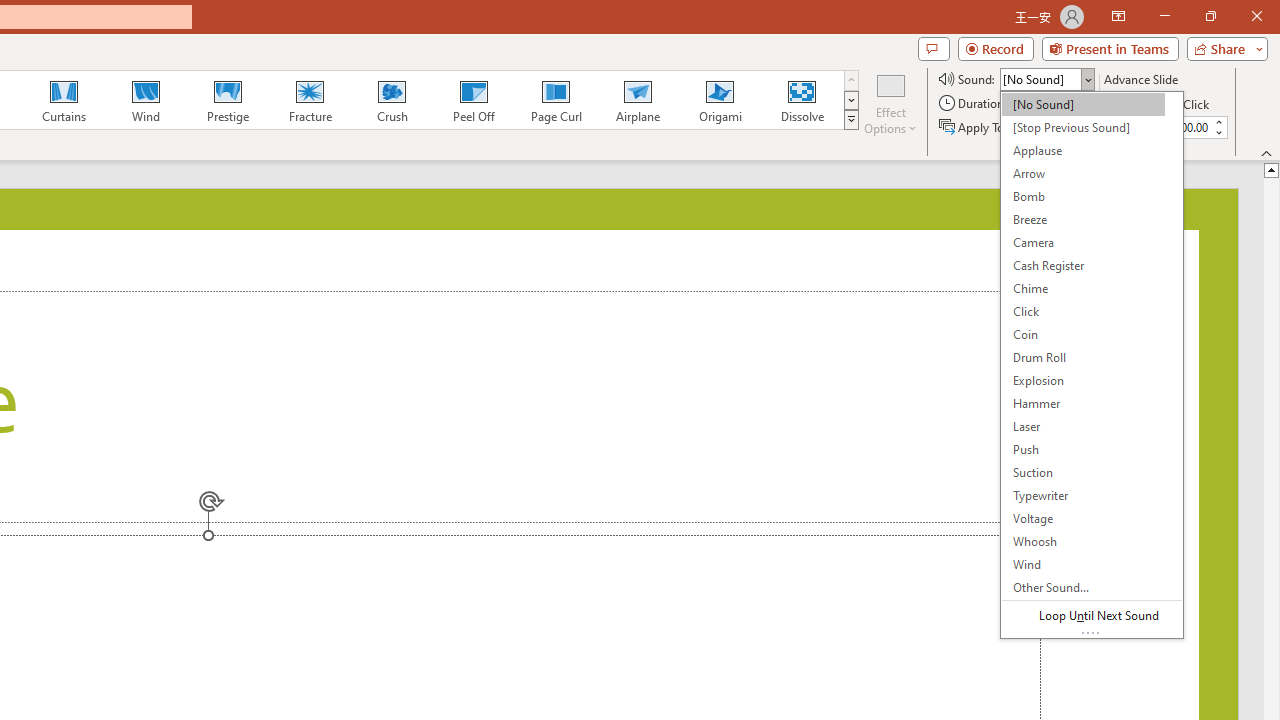 Image resolution: width=1280 pixels, height=720 pixels. What do you see at coordinates (391, 100) in the screenshot?
I see `'Crush'` at bounding box center [391, 100].